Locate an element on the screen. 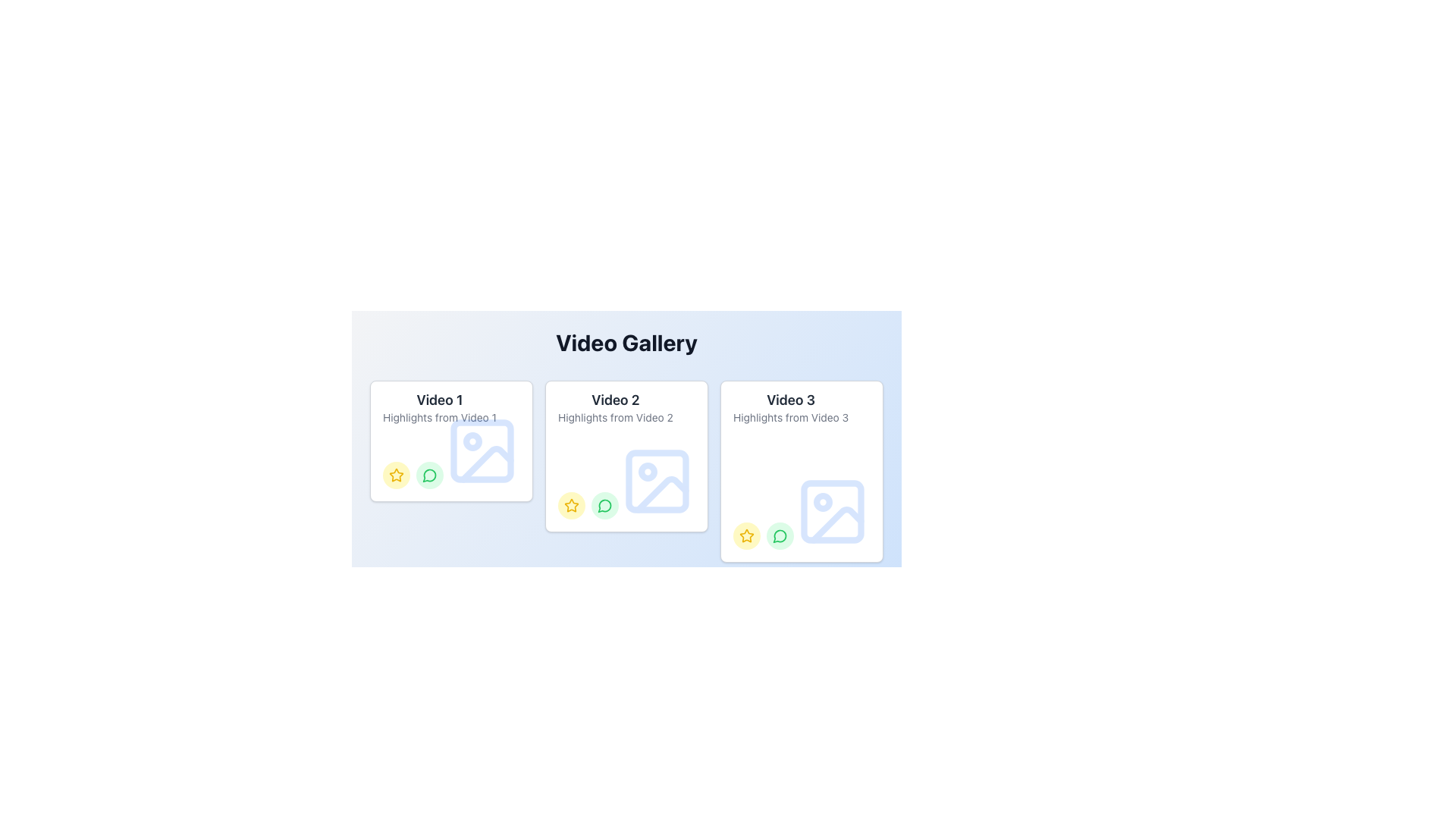 This screenshot has height=819, width=1456. title and subtitle text located at the top-left corner of the 'Video 3' card, which provides context about the video content is located at coordinates (790, 409).